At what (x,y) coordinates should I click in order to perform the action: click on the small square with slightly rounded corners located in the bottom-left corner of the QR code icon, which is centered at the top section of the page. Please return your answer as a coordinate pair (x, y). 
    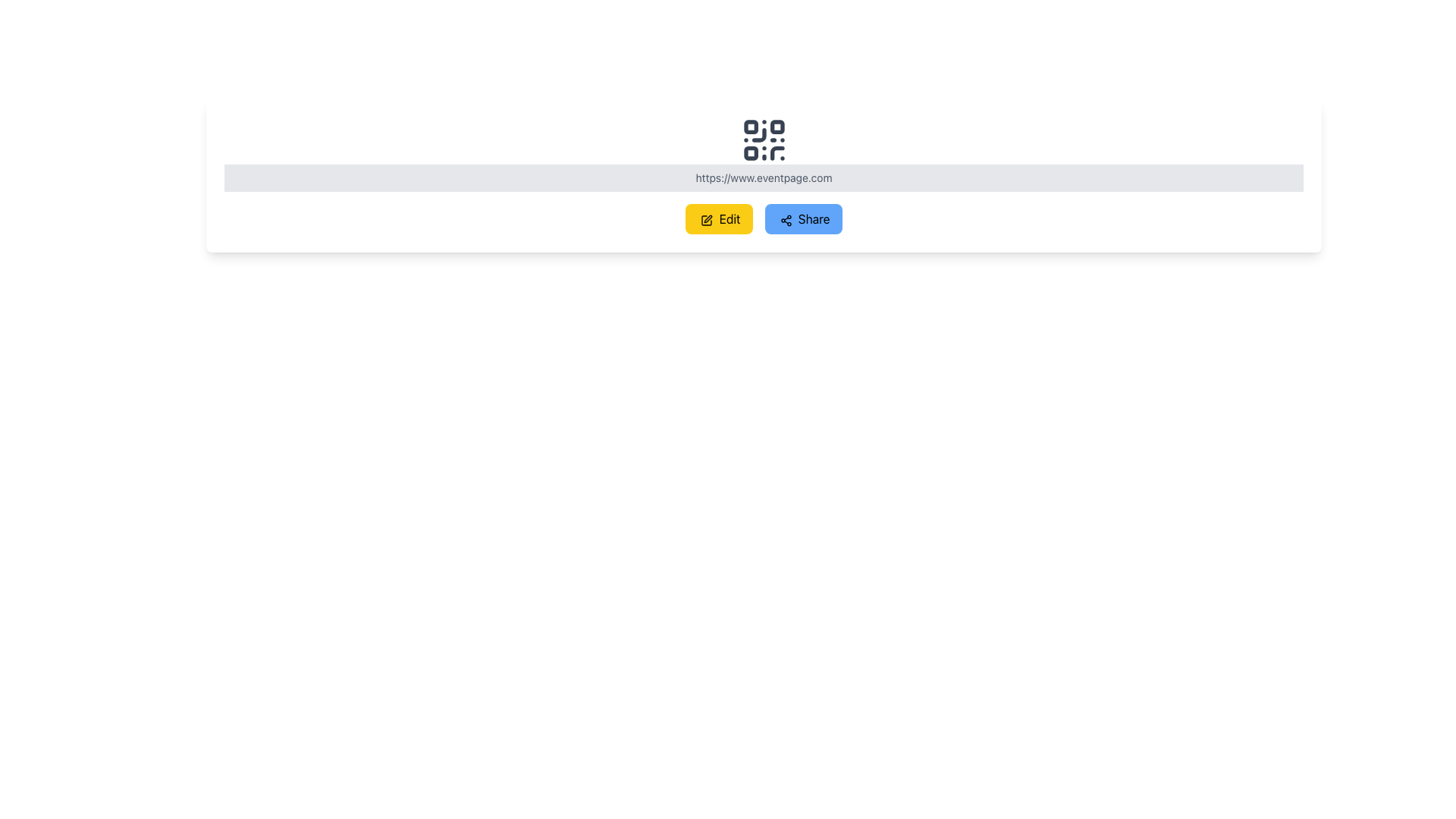
    Looking at the image, I should click on (751, 153).